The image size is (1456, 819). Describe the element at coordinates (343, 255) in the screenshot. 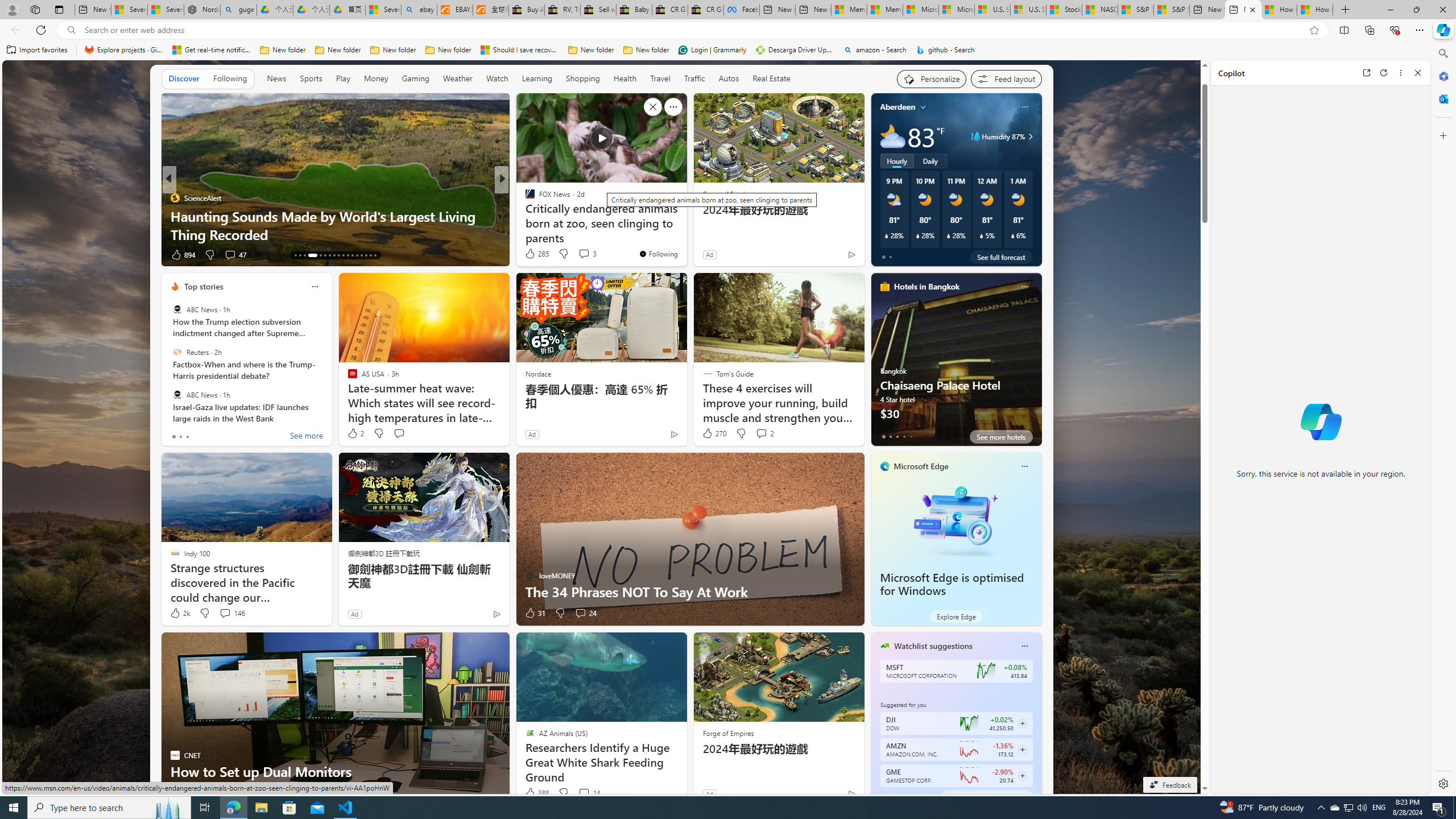

I see `'AutomationID: tab-22'` at that location.